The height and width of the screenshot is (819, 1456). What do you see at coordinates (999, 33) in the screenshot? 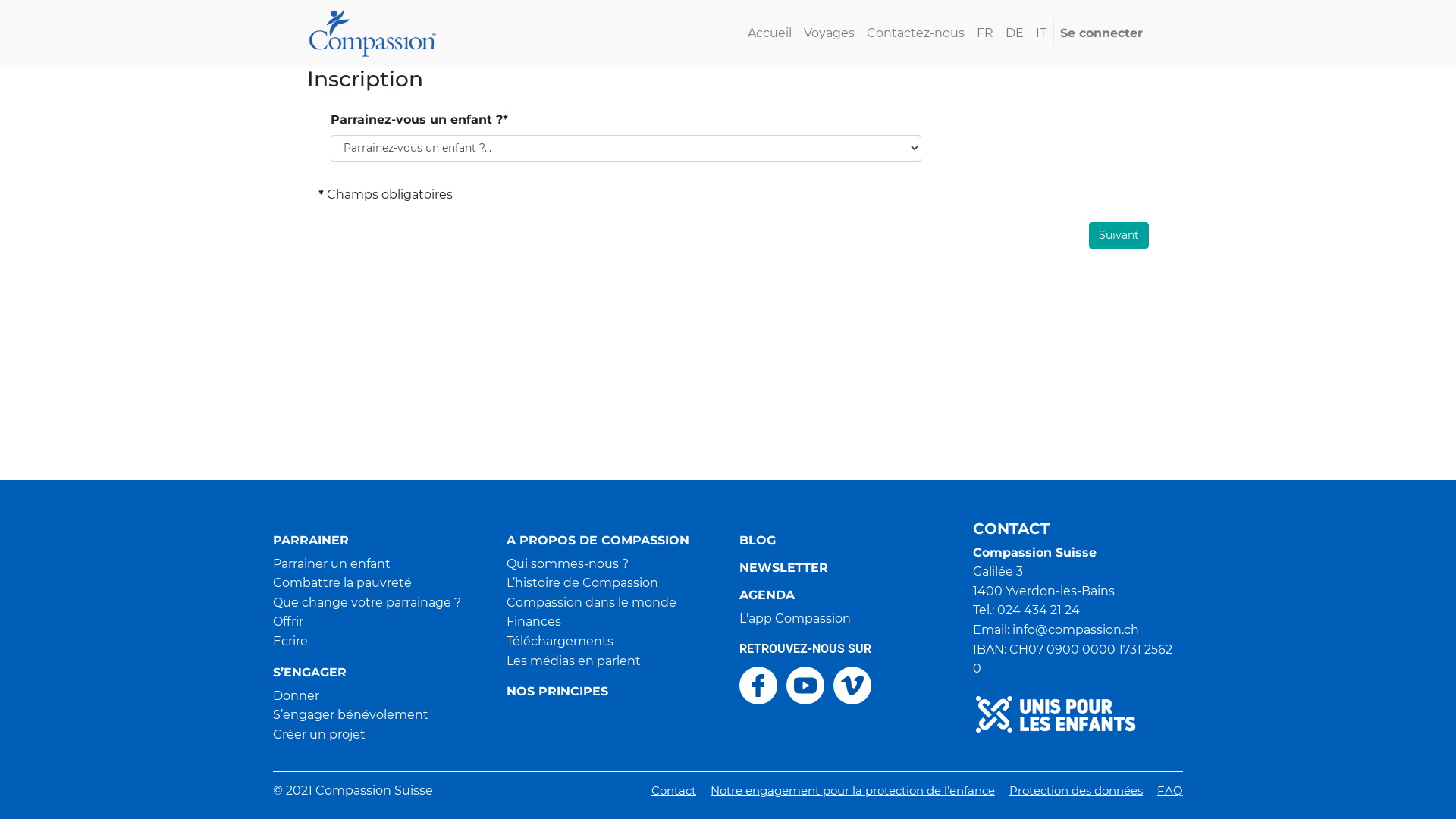
I see `'DE'` at bounding box center [999, 33].